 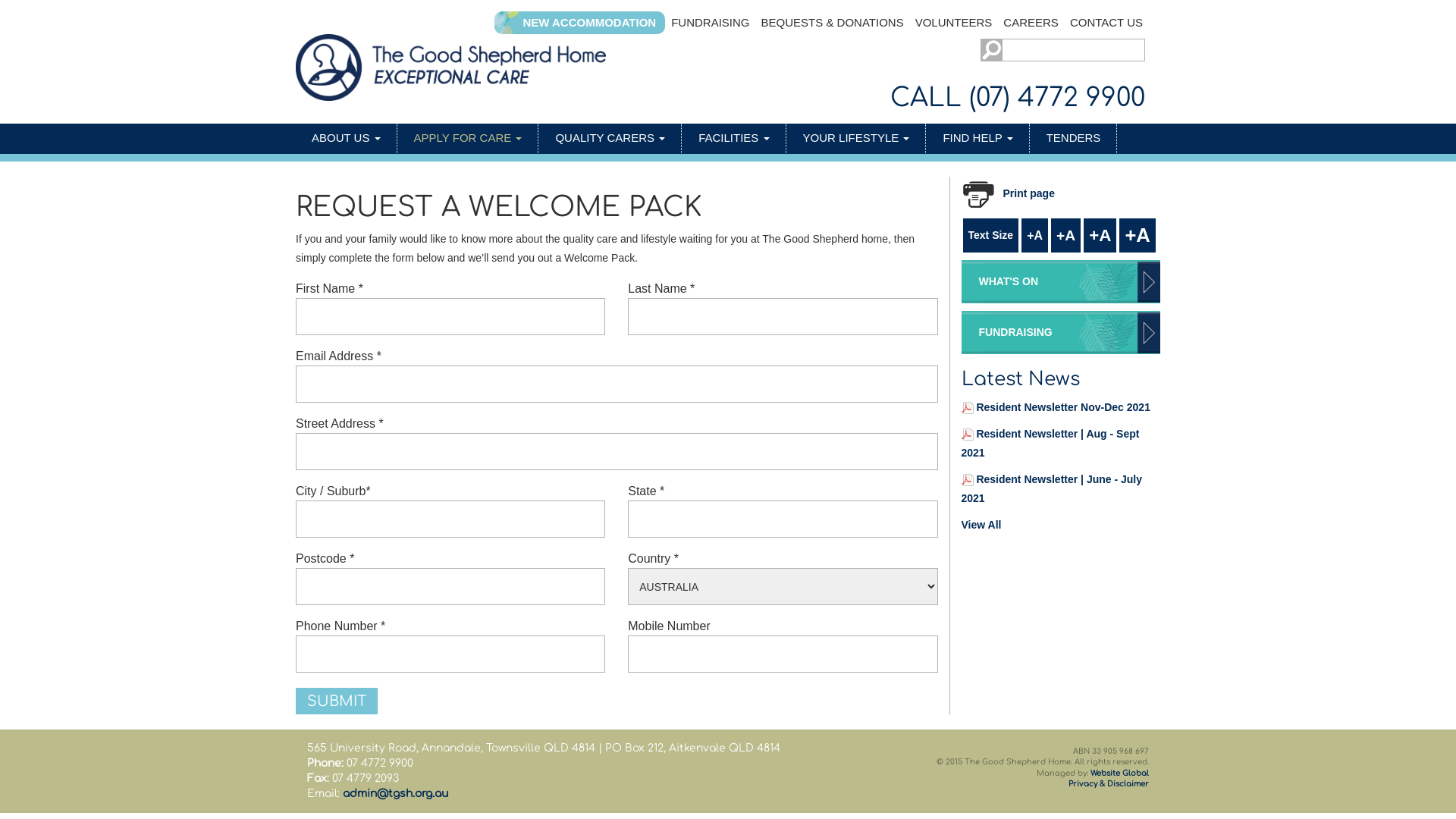 What do you see at coordinates (1119, 773) in the screenshot?
I see `'Website Global'` at bounding box center [1119, 773].